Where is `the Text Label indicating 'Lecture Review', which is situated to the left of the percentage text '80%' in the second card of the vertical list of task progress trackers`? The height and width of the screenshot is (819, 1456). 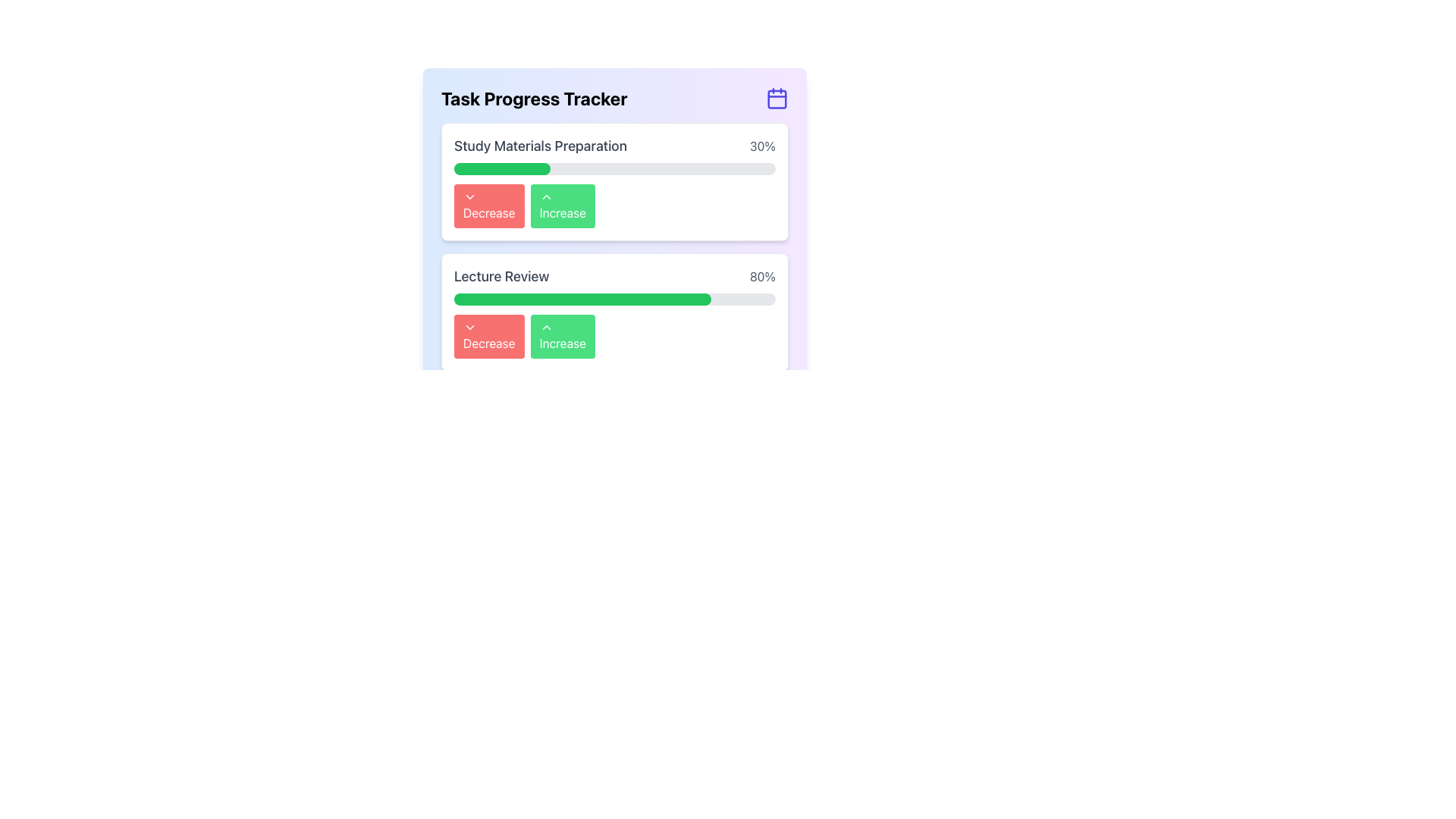 the Text Label indicating 'Lecture Review', which is situated to the left of the percentage text '80%' in the second card of the vertical list of task progress trackers is located at coordinates (501, 277).